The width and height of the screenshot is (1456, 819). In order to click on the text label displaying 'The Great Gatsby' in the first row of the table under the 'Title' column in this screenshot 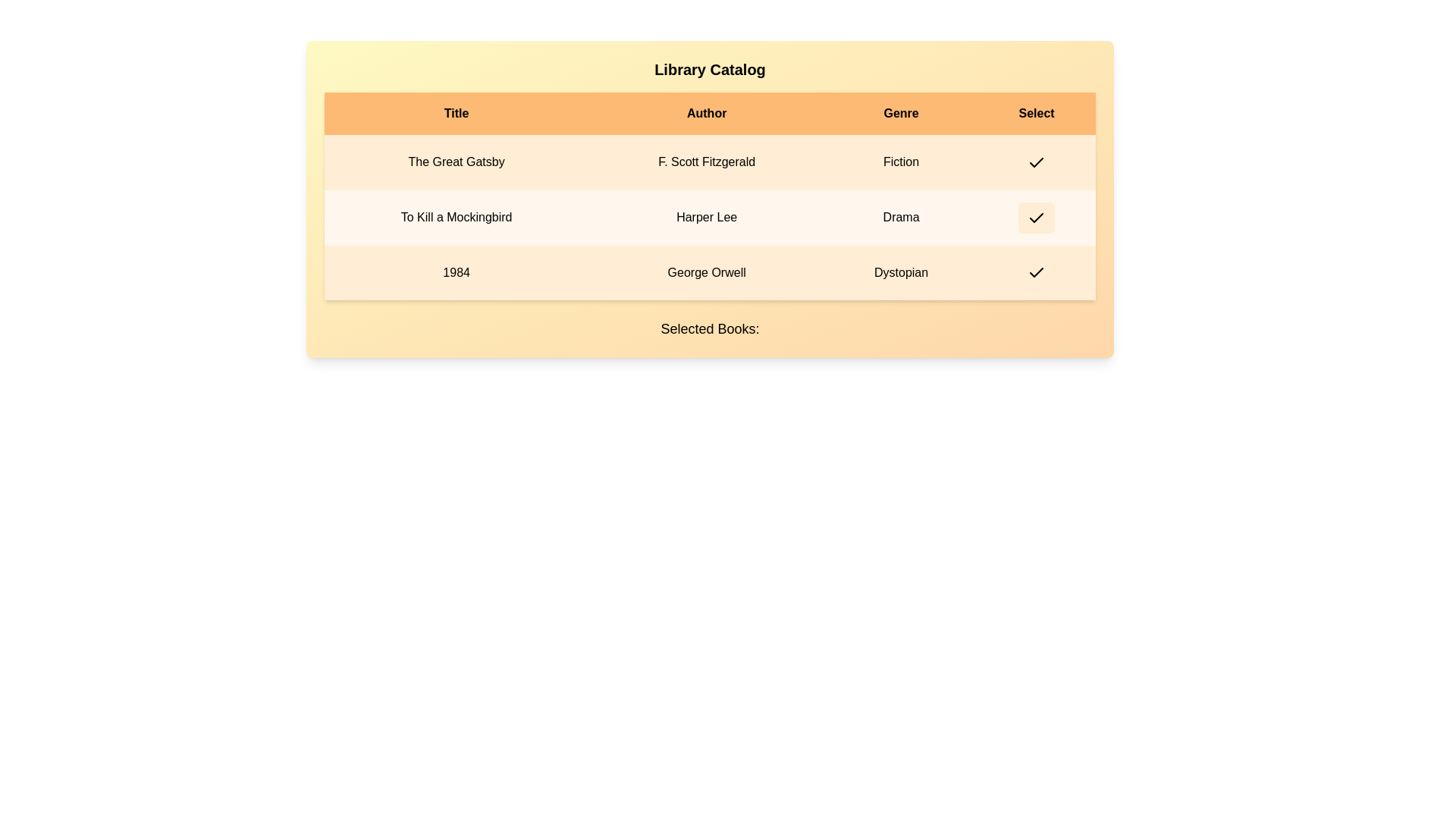, I will do `click(456, 162)`.